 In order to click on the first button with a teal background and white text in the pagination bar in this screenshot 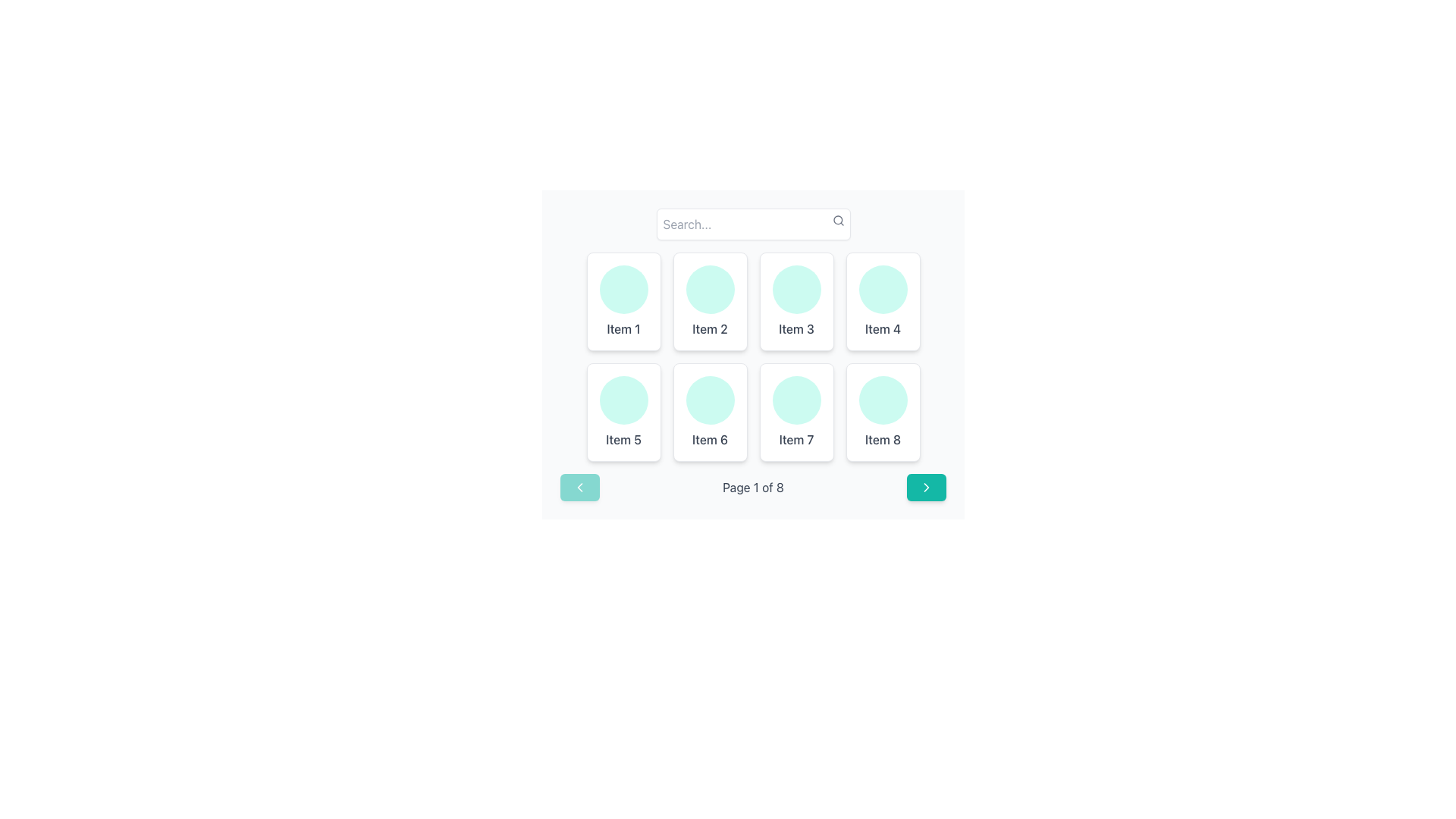, I will do `click(579, 488)`.